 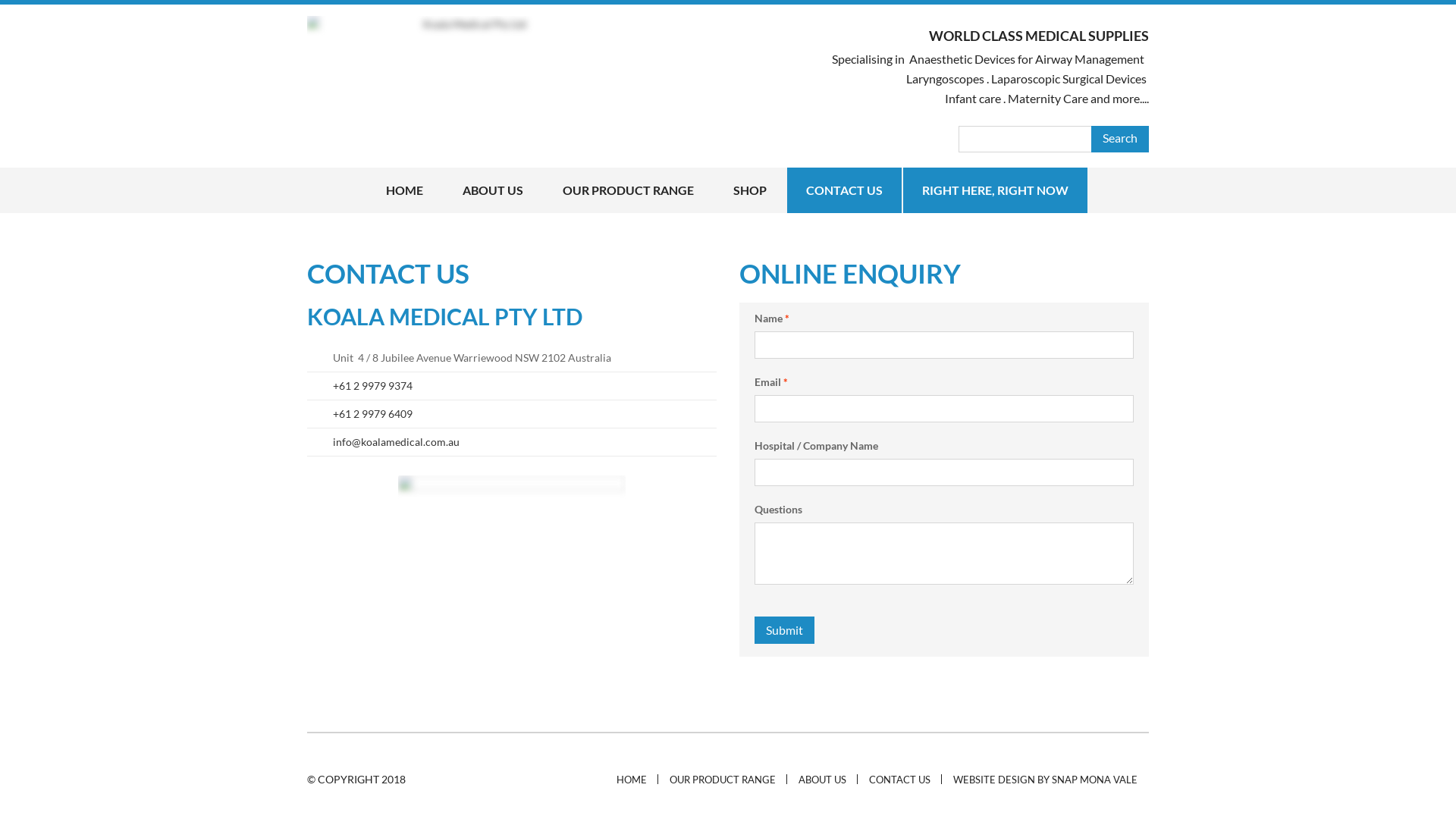 I want to click on 'HOME', so click(x=404, y=189).